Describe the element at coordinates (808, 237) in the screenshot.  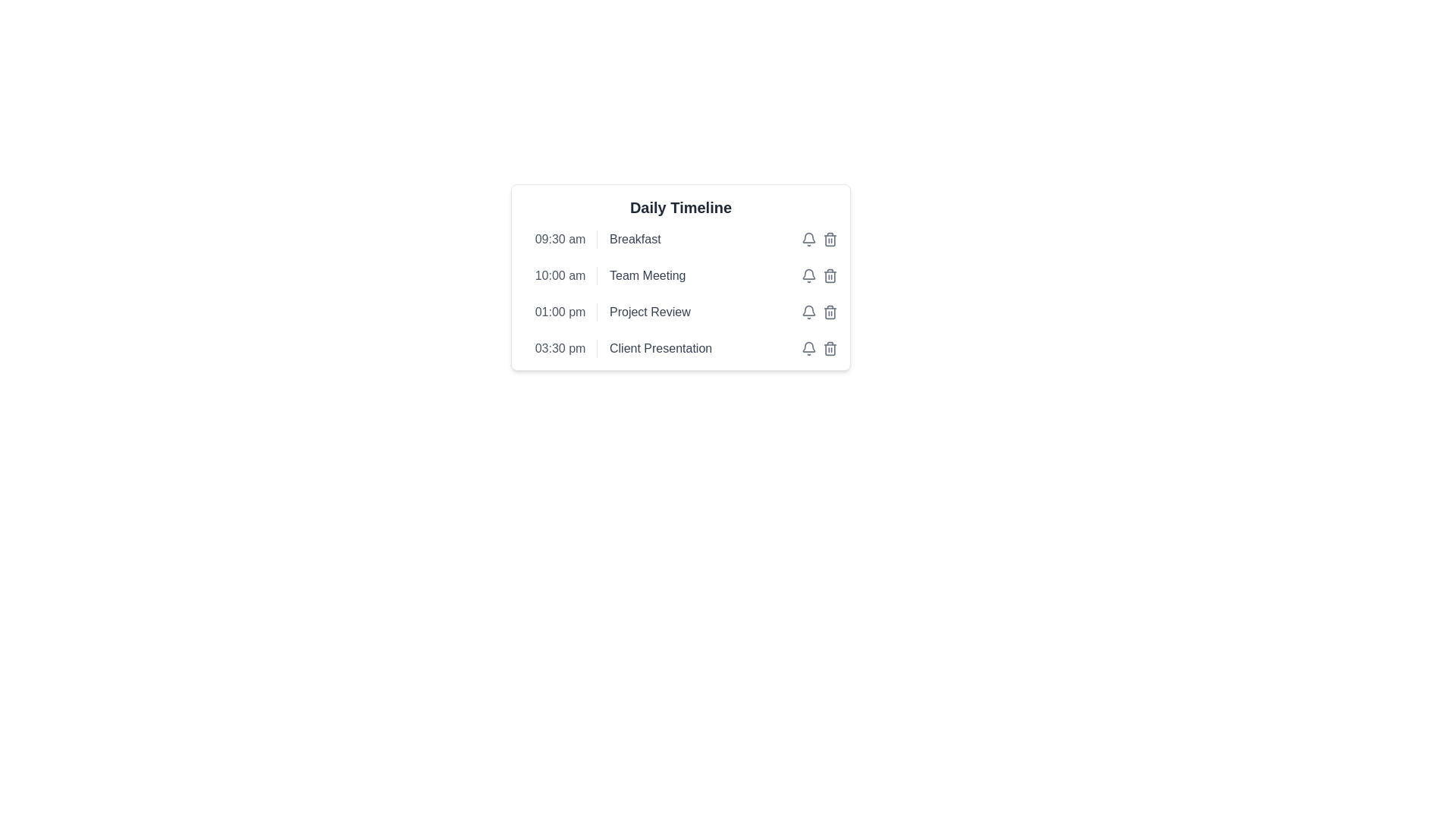
I see `the third bell icon in the 'Daily Timeline' section` at that location.